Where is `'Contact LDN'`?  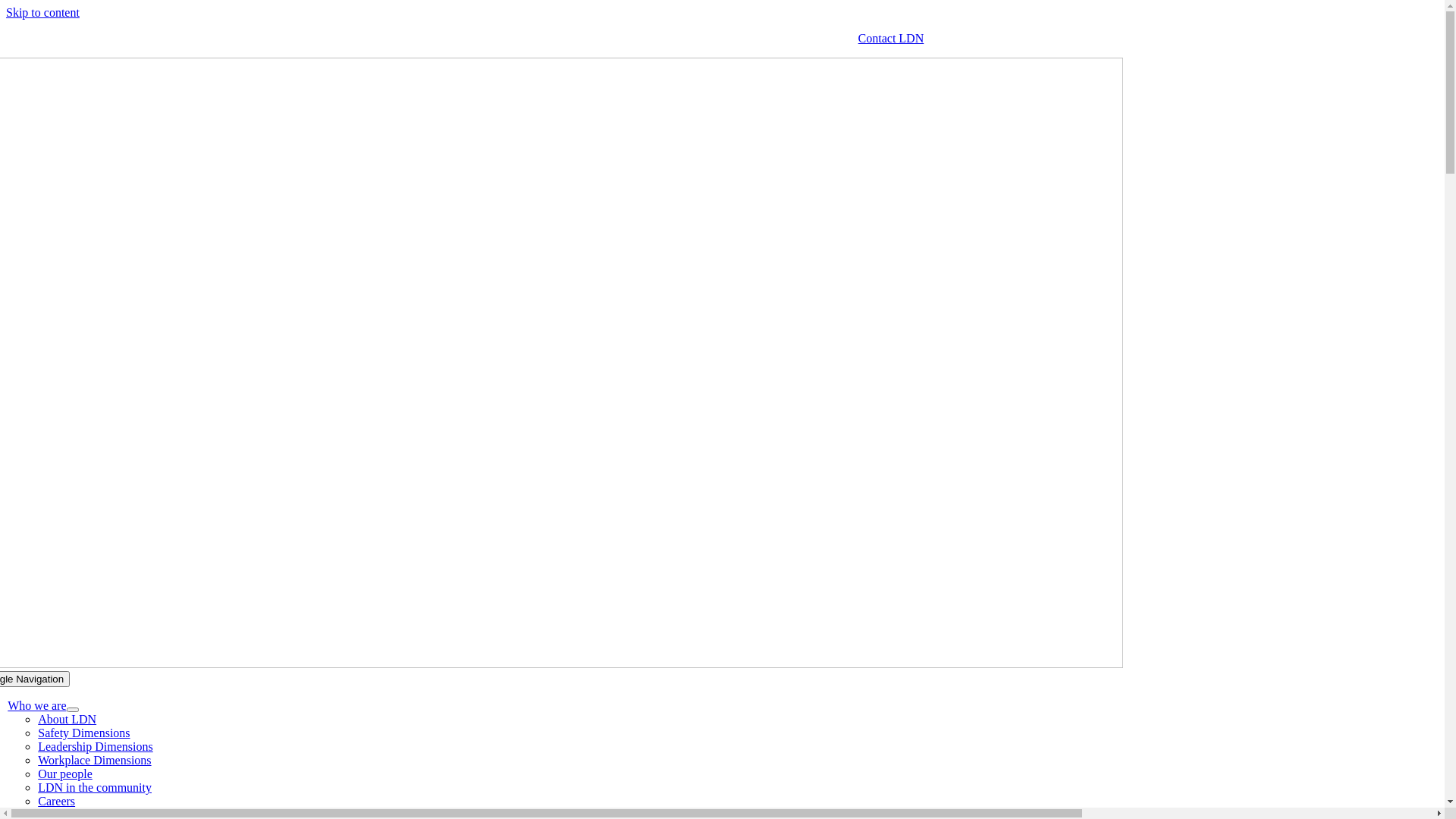
'Contact LDN' is located at coordinates (891, 37).